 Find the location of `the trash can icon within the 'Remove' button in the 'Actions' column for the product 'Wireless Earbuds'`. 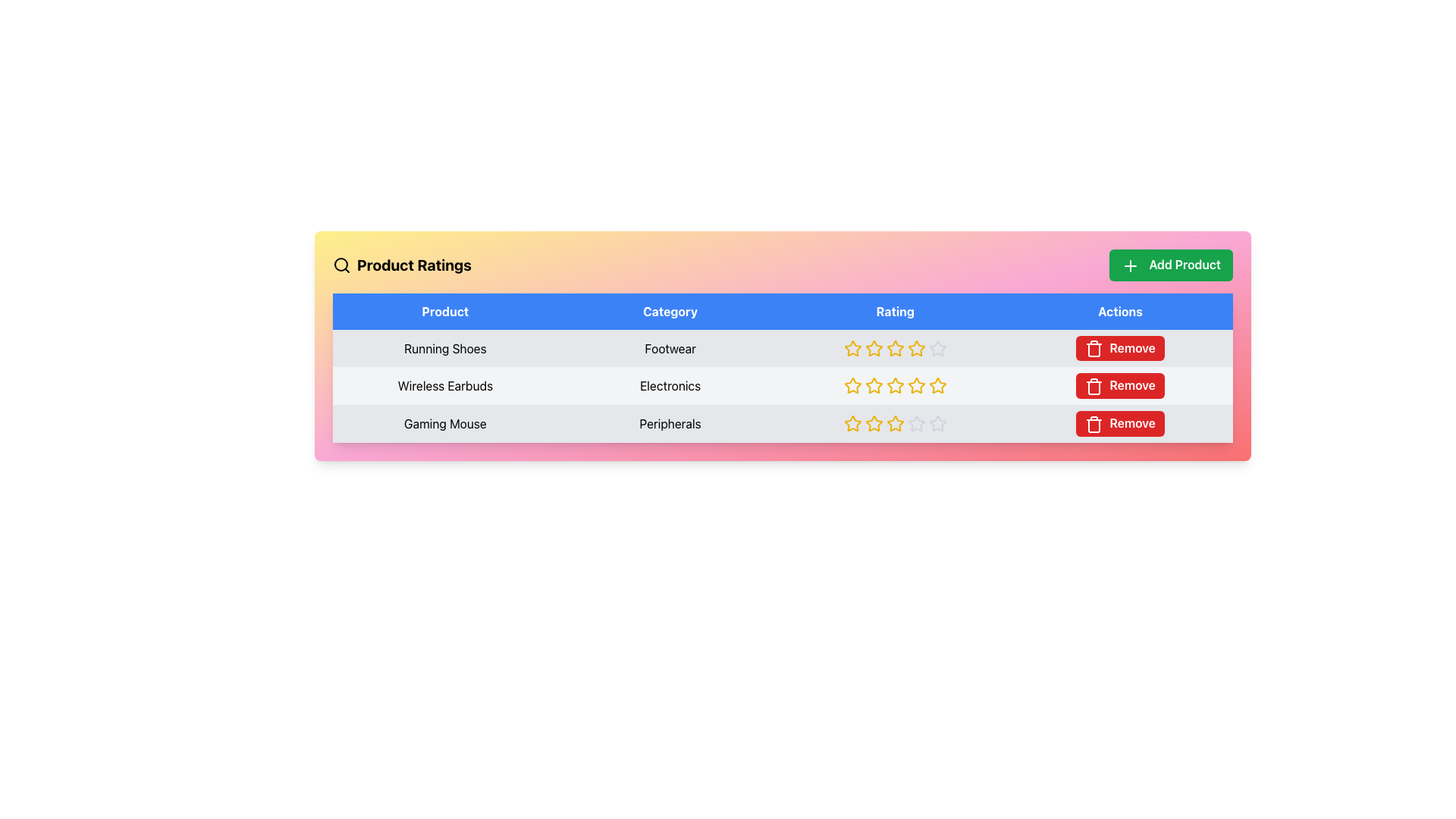

the trash can icon within the 'Remove' button in the 'Actions' column for the product 'Wireless Earbuds' is located at coordinates (1094, 350).